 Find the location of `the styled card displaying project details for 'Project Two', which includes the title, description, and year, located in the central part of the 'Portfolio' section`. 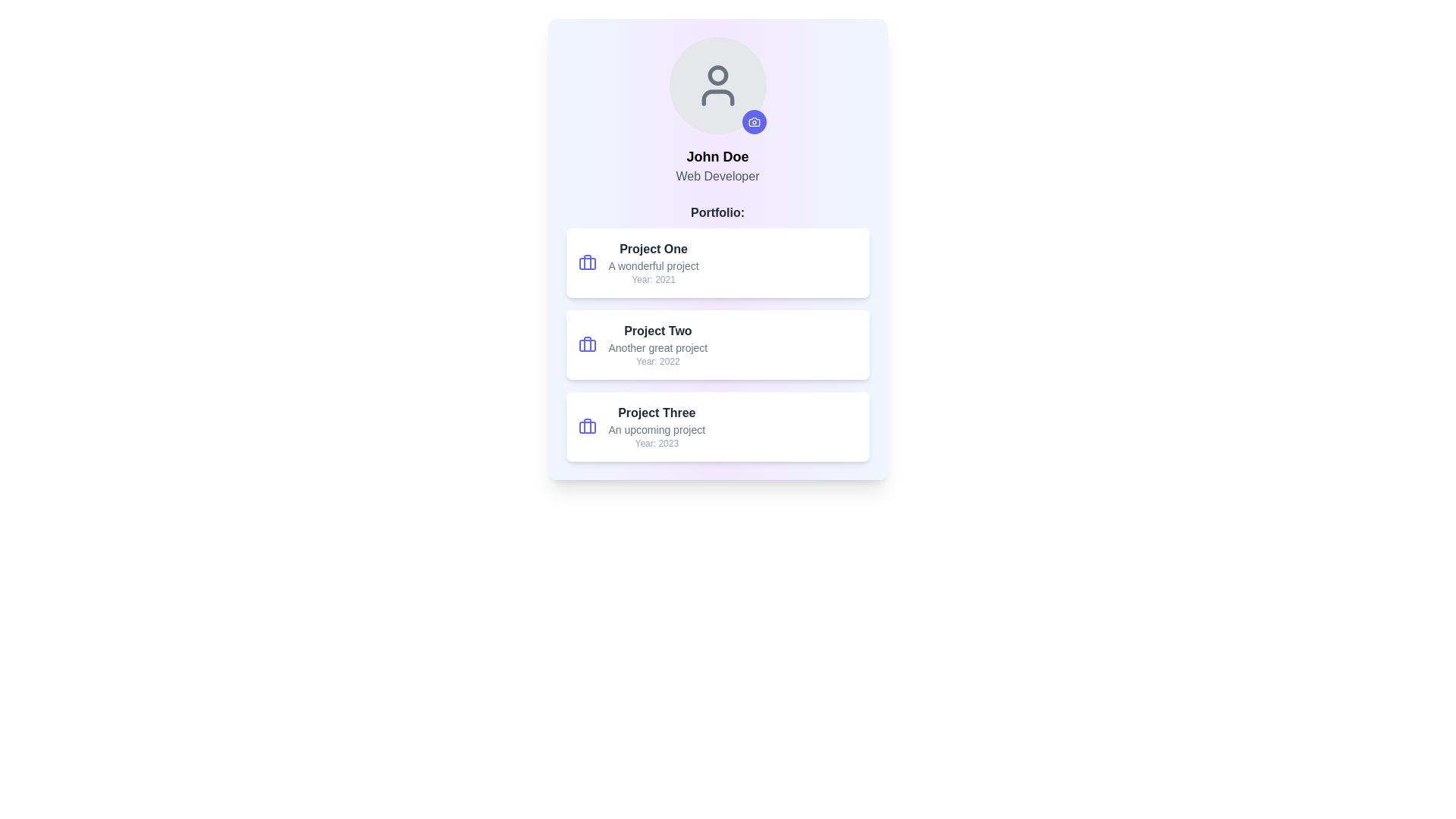

the styled card displaying project details for 'Project Two', which includes the title, description, and year, located in the central part of the 'Portfolio' section is located at coordinates (717, 332).